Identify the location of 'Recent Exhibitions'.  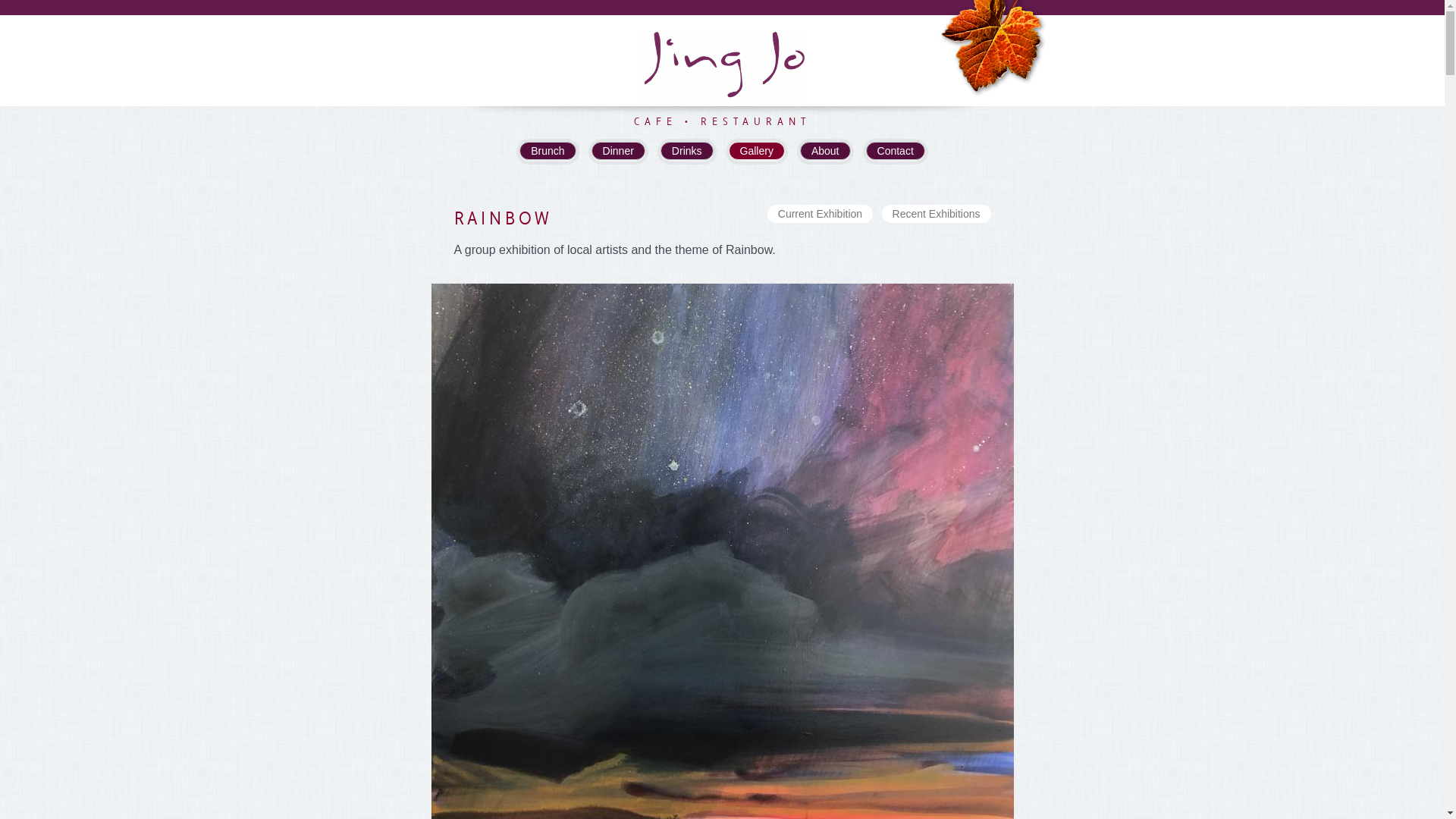
(935, 213).